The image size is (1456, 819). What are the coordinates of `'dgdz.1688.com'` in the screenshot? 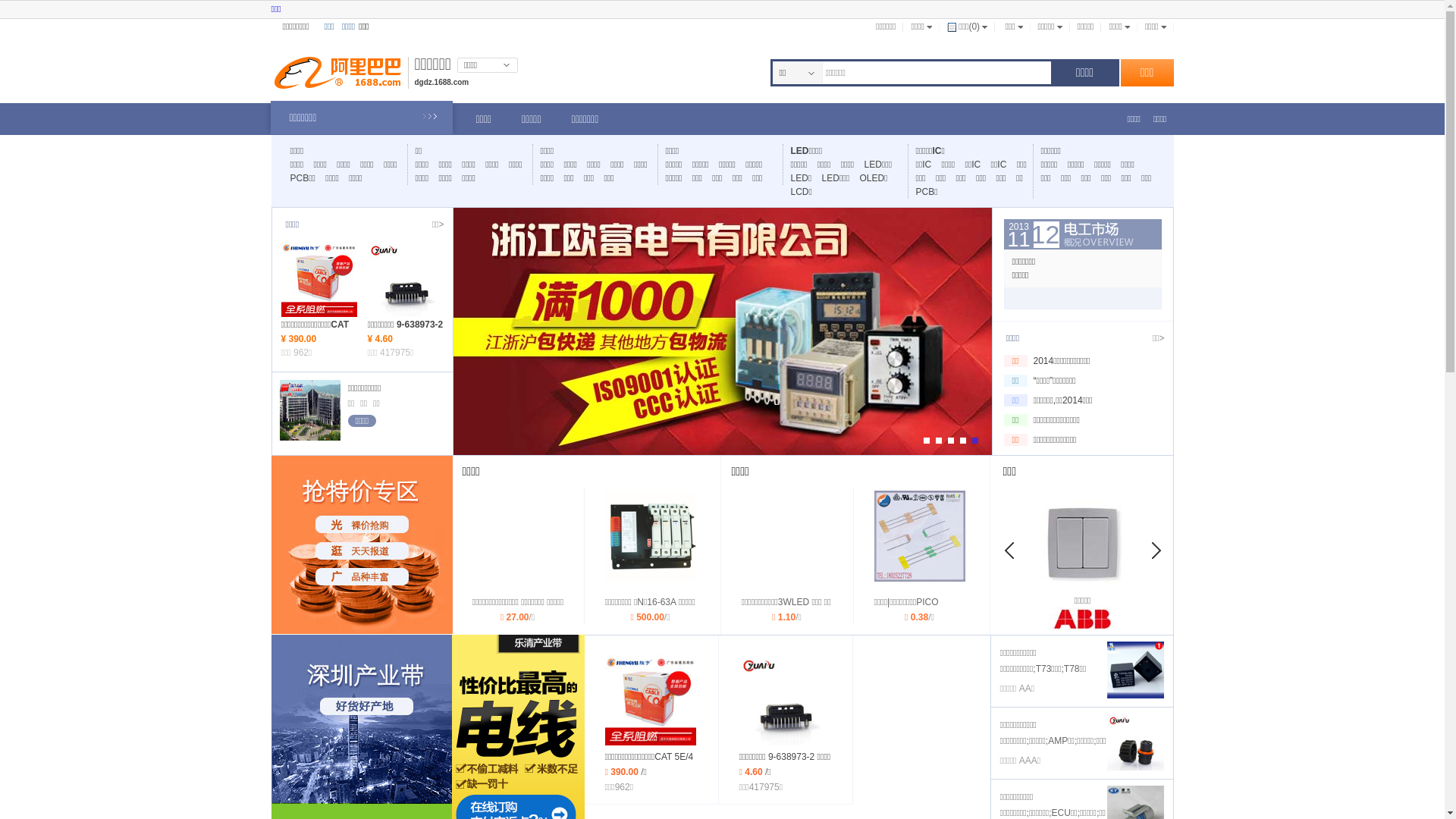 It's located at (440, 82).